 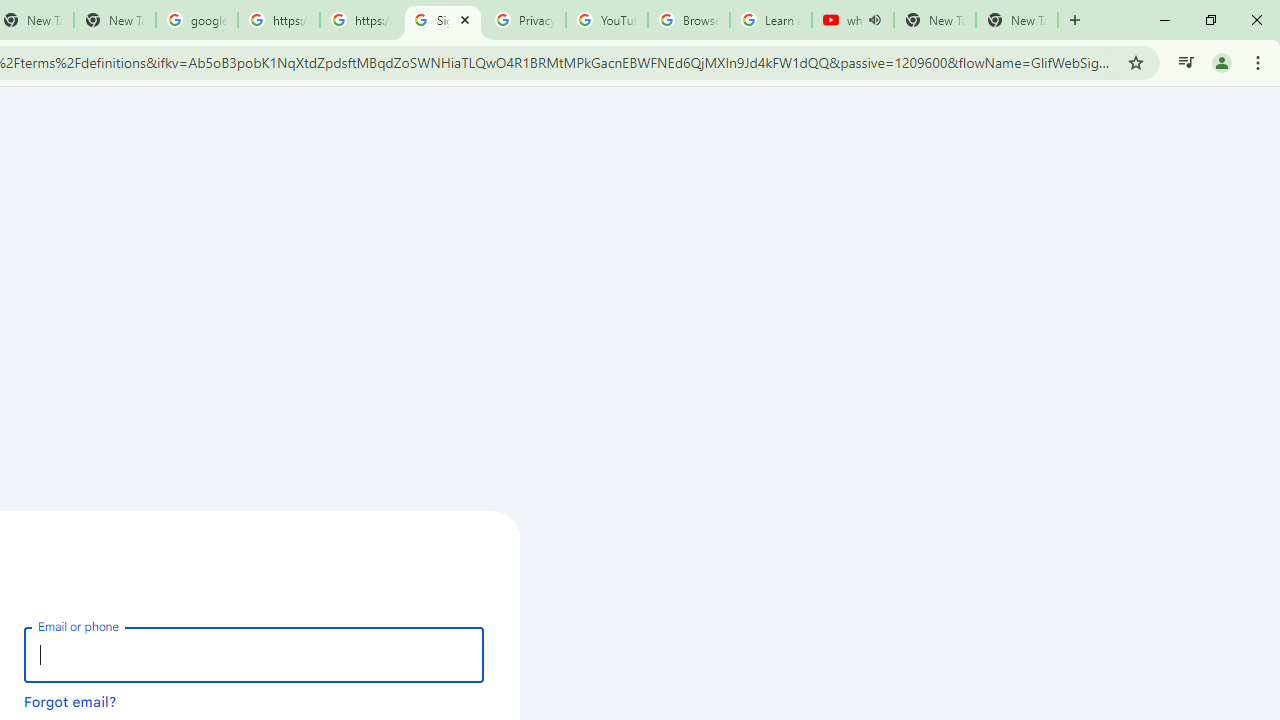 What do you see at coordinates (253, 654) in the screenshot?
I see `'Email or phone'` at bounding box center [253, 654].